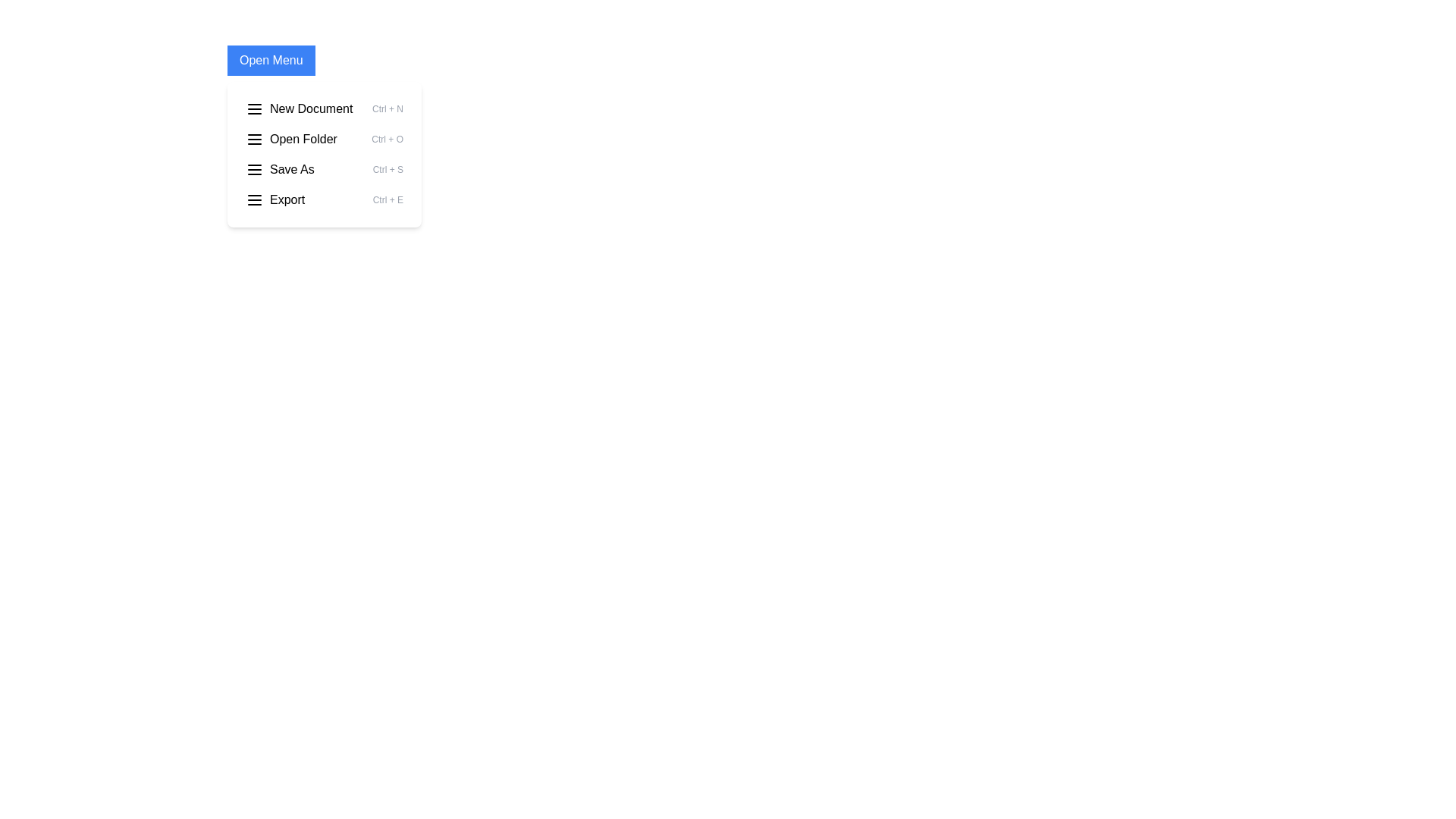  What do you see at coordinates (303, 140) in the screenshot?
I see `the 'Open Folder' text label in the vertical menu, which is the second item below 'New Document'` at bounding box center [303, 140].